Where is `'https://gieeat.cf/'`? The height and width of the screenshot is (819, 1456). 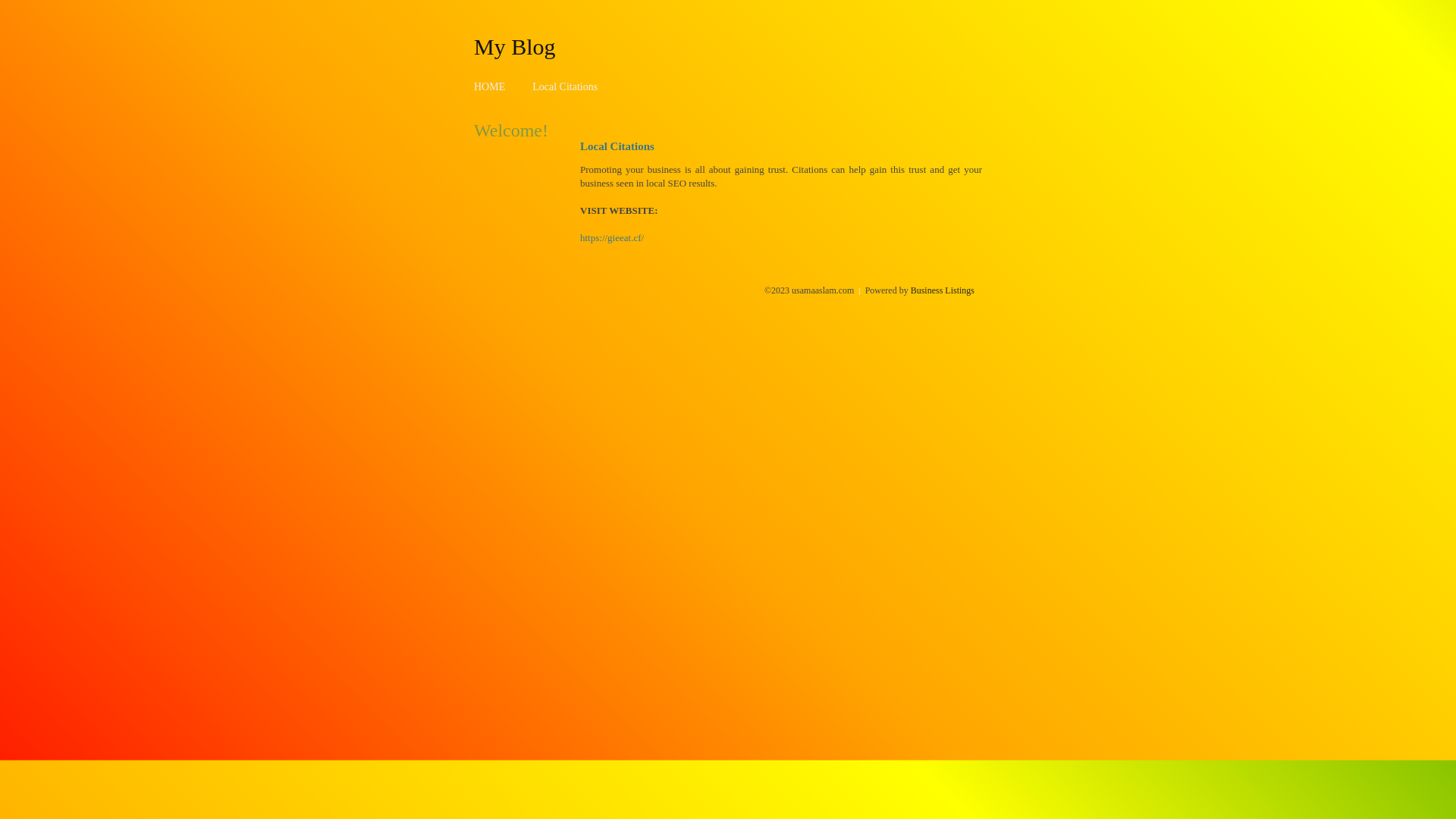
'https://gieeat.cf/' is located at coordinates (611, 237).